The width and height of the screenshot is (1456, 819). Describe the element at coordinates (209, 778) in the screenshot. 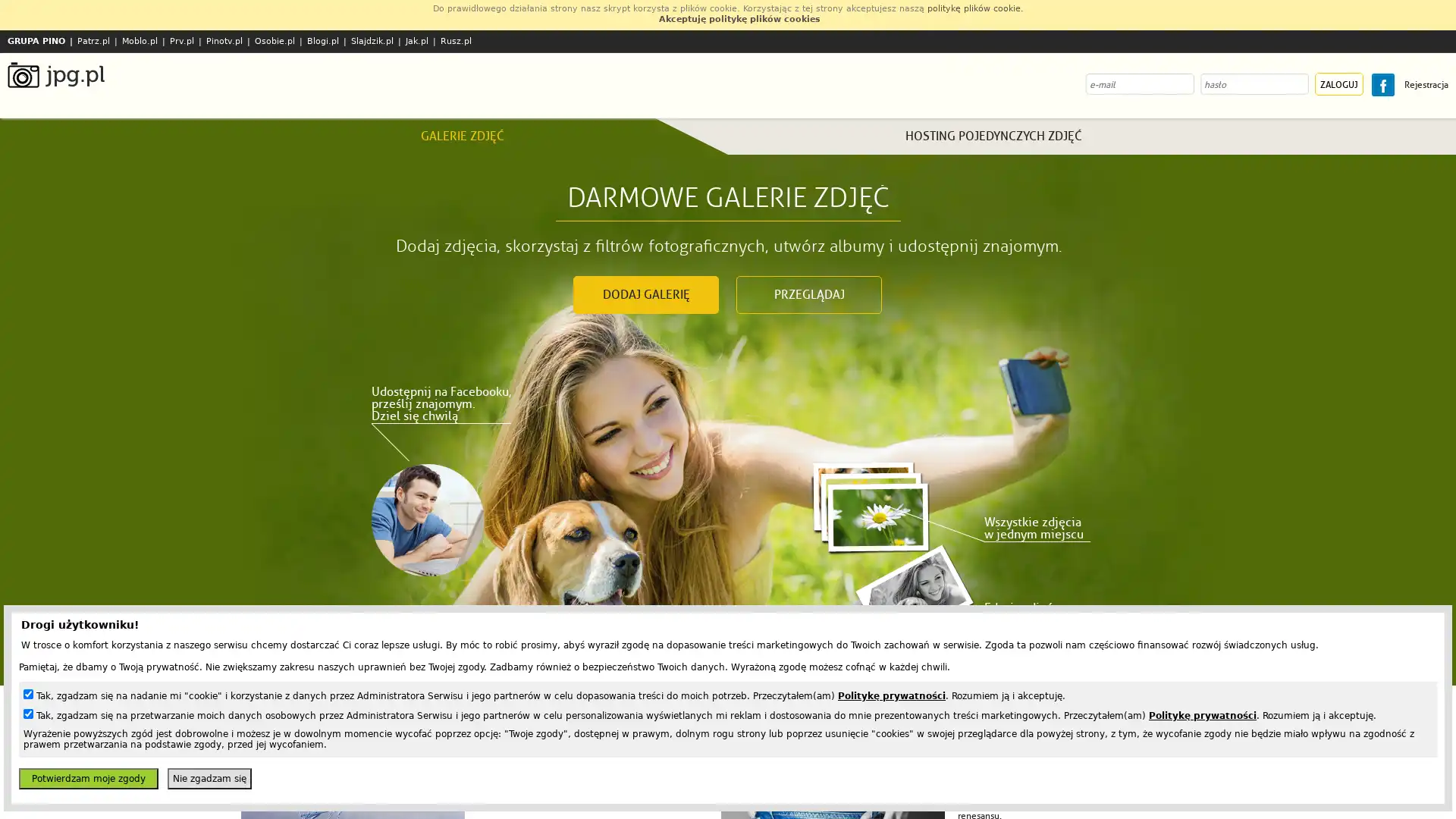

I see `Nie zgadzam sie` at that location.